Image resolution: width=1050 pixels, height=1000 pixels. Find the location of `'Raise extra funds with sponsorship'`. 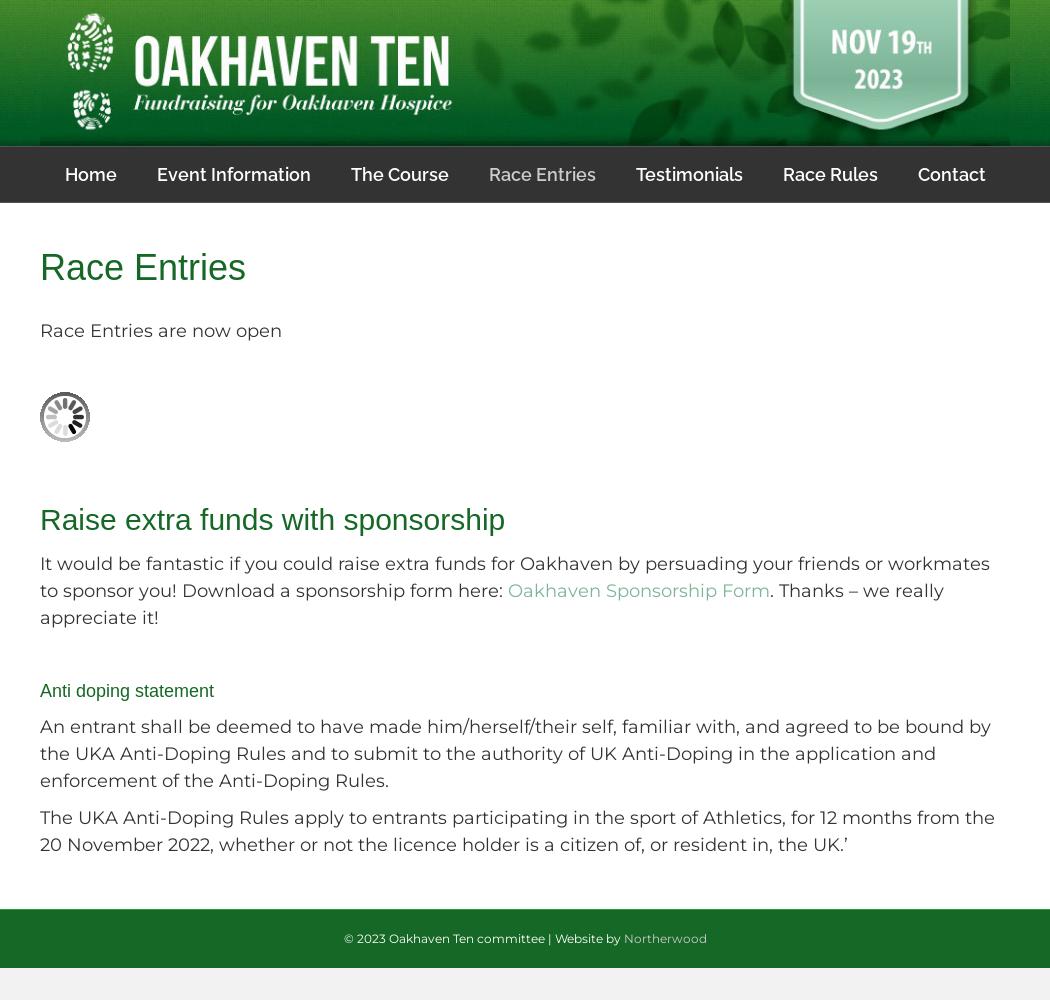

'Raise extra funds with sponsorship' is located at coordinates (271, 519).